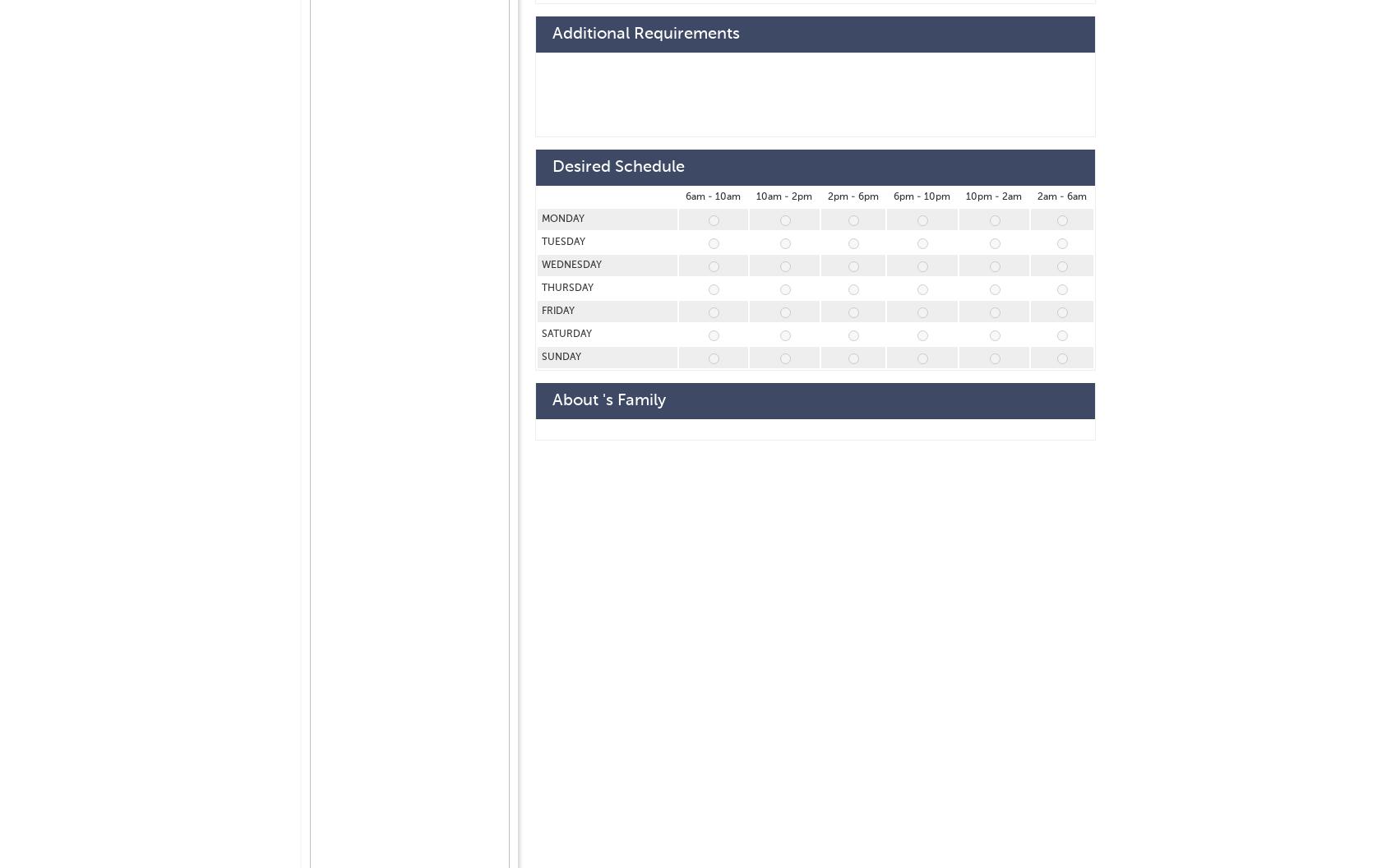 The height and width of the screenshot is (868, 1391). What do you see at coordinates (712, 196) in the screenshot?
I see `'6am - 10am'` at bounding box center [712, 196].